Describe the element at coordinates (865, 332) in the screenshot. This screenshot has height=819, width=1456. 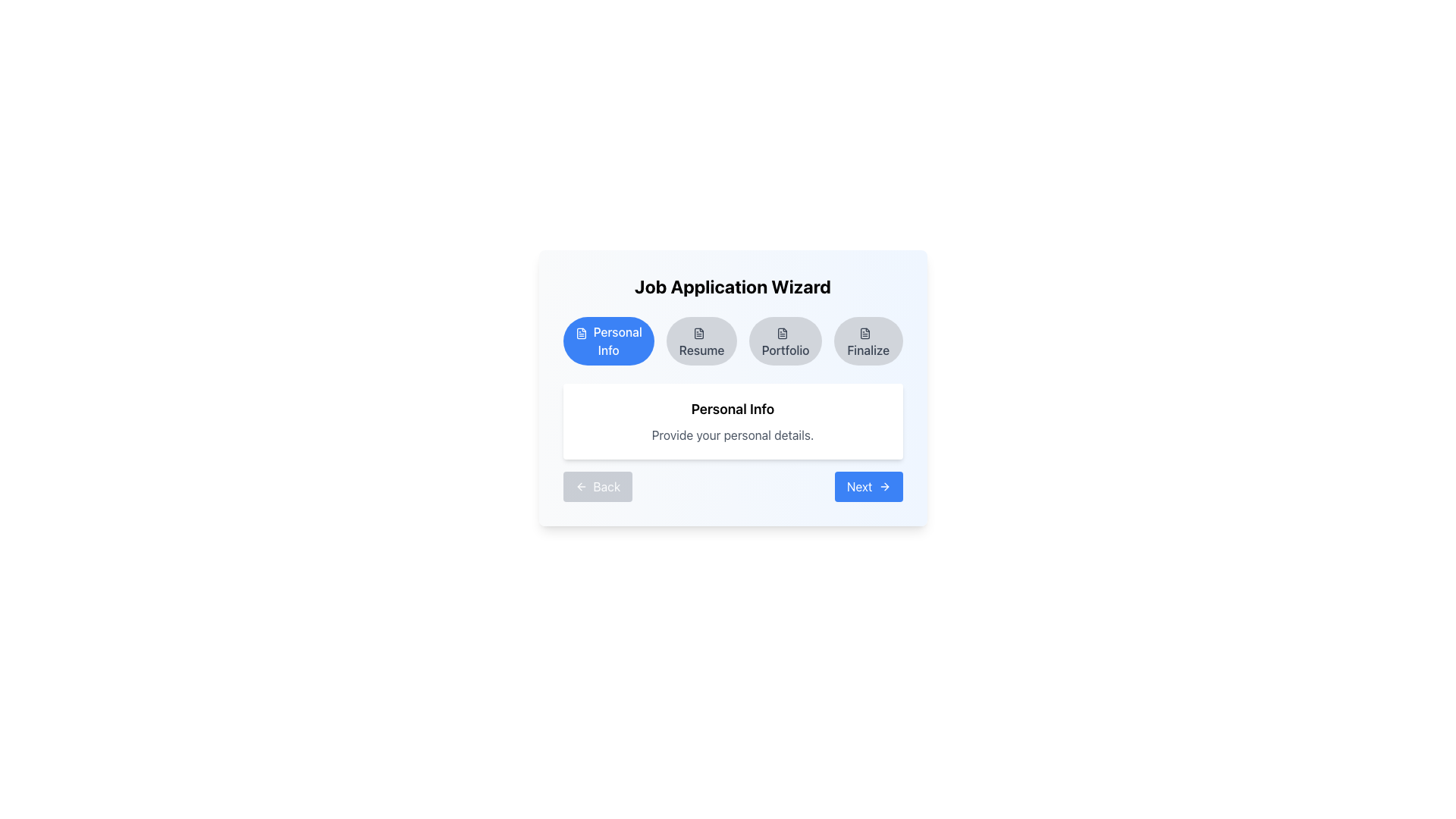
I see `the highlighted Decorative icon representing the 'Personal Info' section in the navigation steps of the wizard` at that location.